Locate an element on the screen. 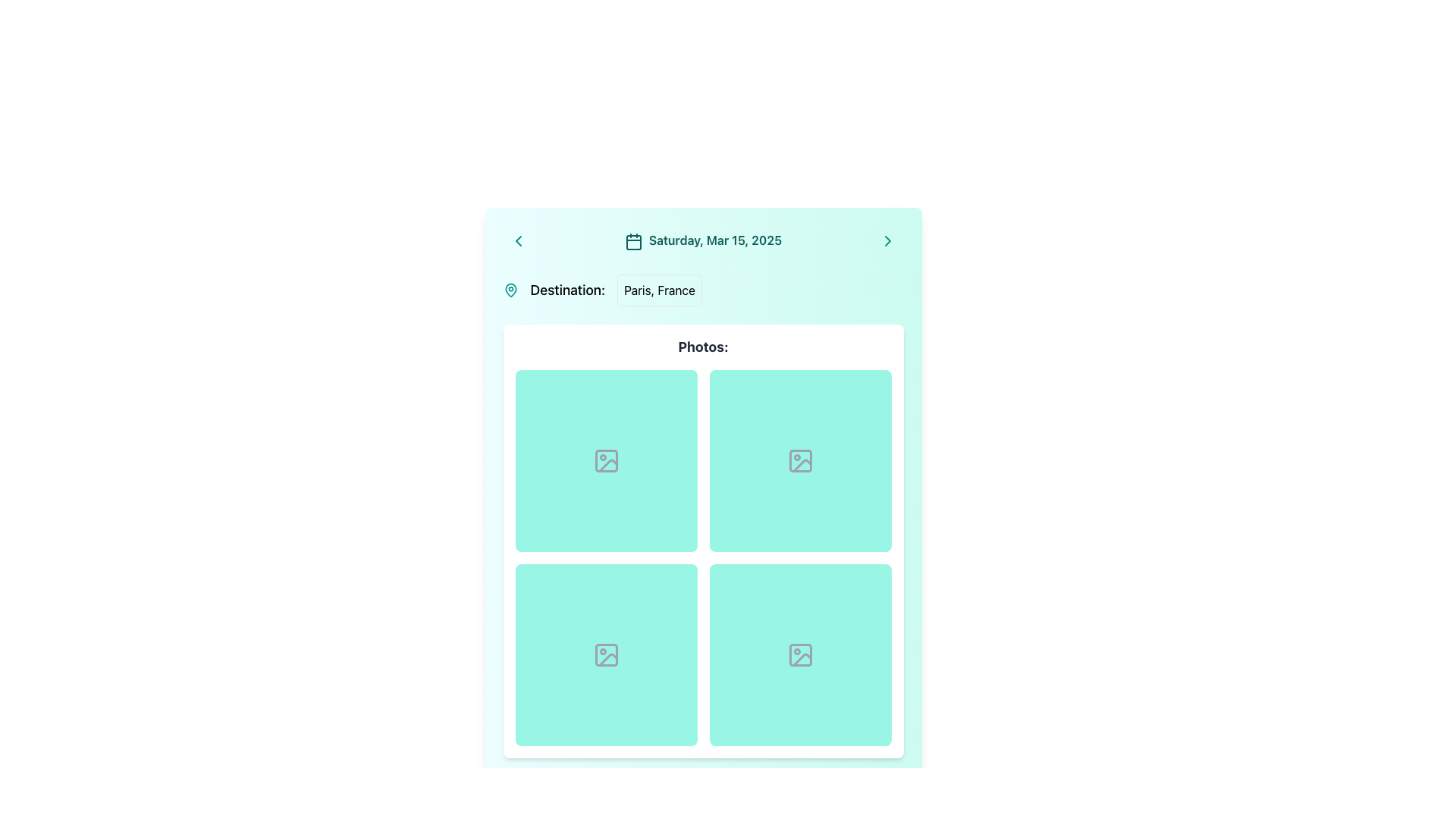  the destination icon located to the left of the 'Destination:' text, which visually signifies a location or destination is located at coordinates (510, 290).